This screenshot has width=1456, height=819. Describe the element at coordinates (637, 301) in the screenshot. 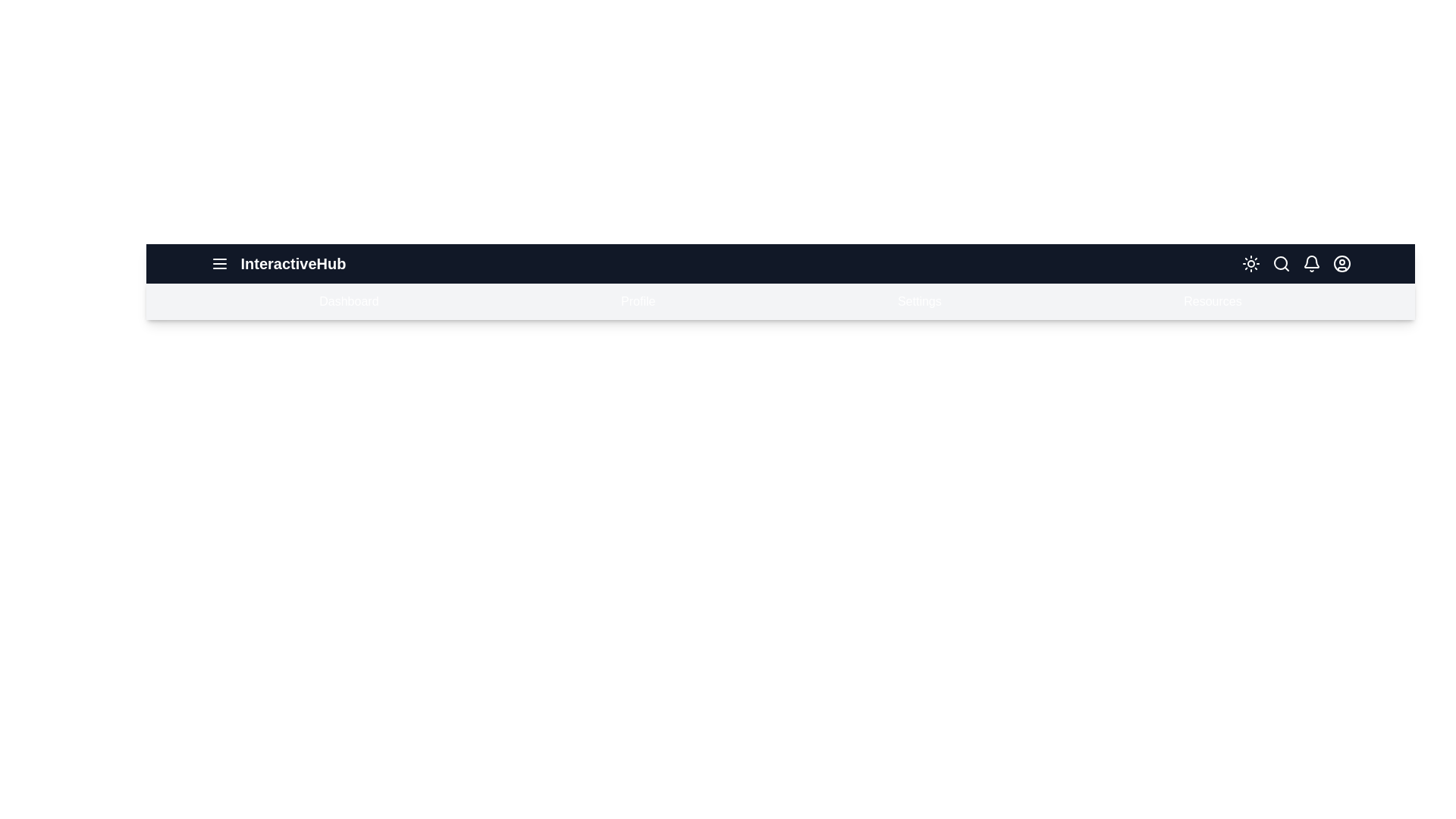

I see `the Profile navigation link` at that location.